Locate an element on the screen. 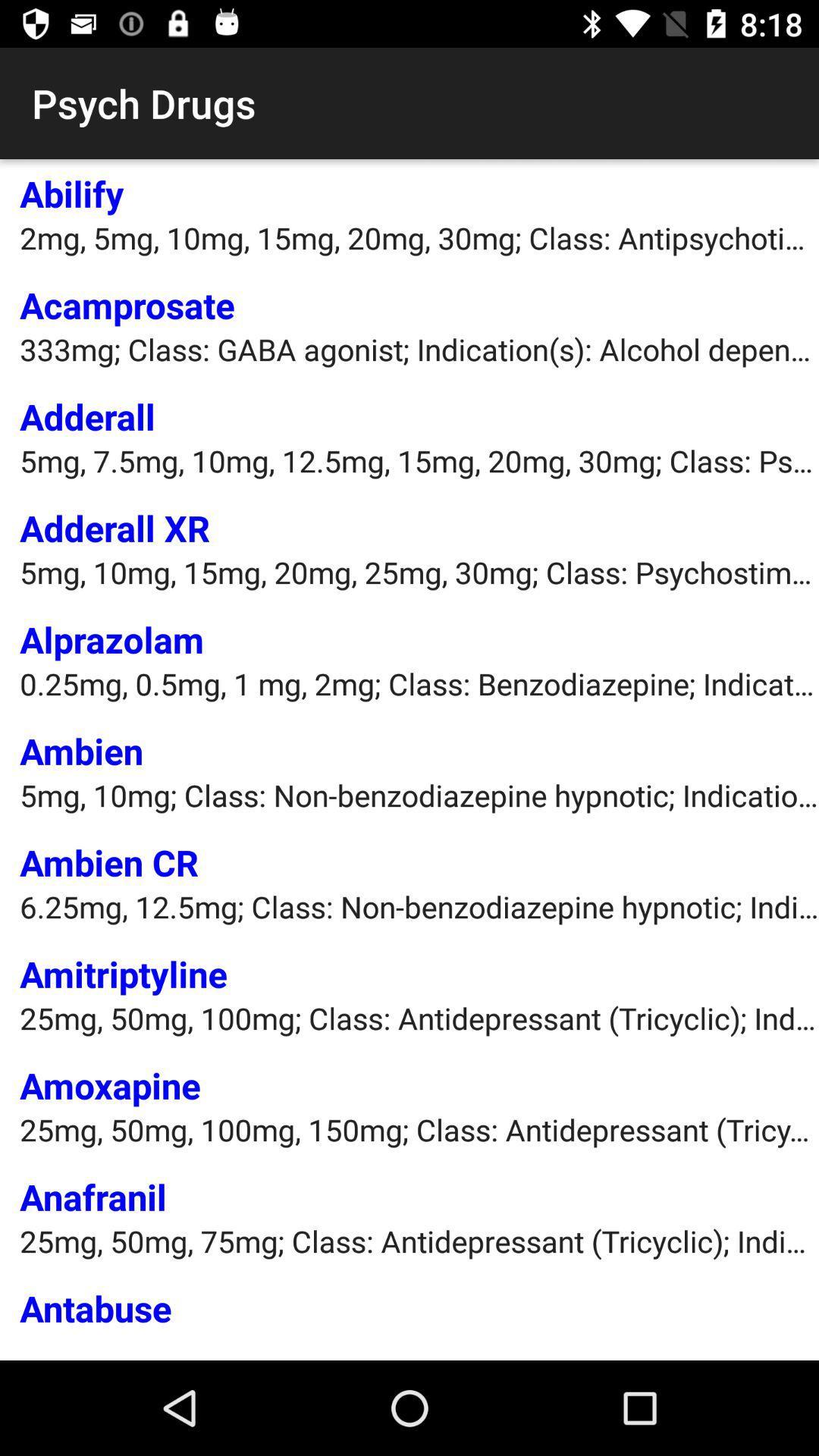 The height and width of the screenshot is (1456, 819). app above the 25mg 50mg 100mg icon is located at coordinates (109, 1084).